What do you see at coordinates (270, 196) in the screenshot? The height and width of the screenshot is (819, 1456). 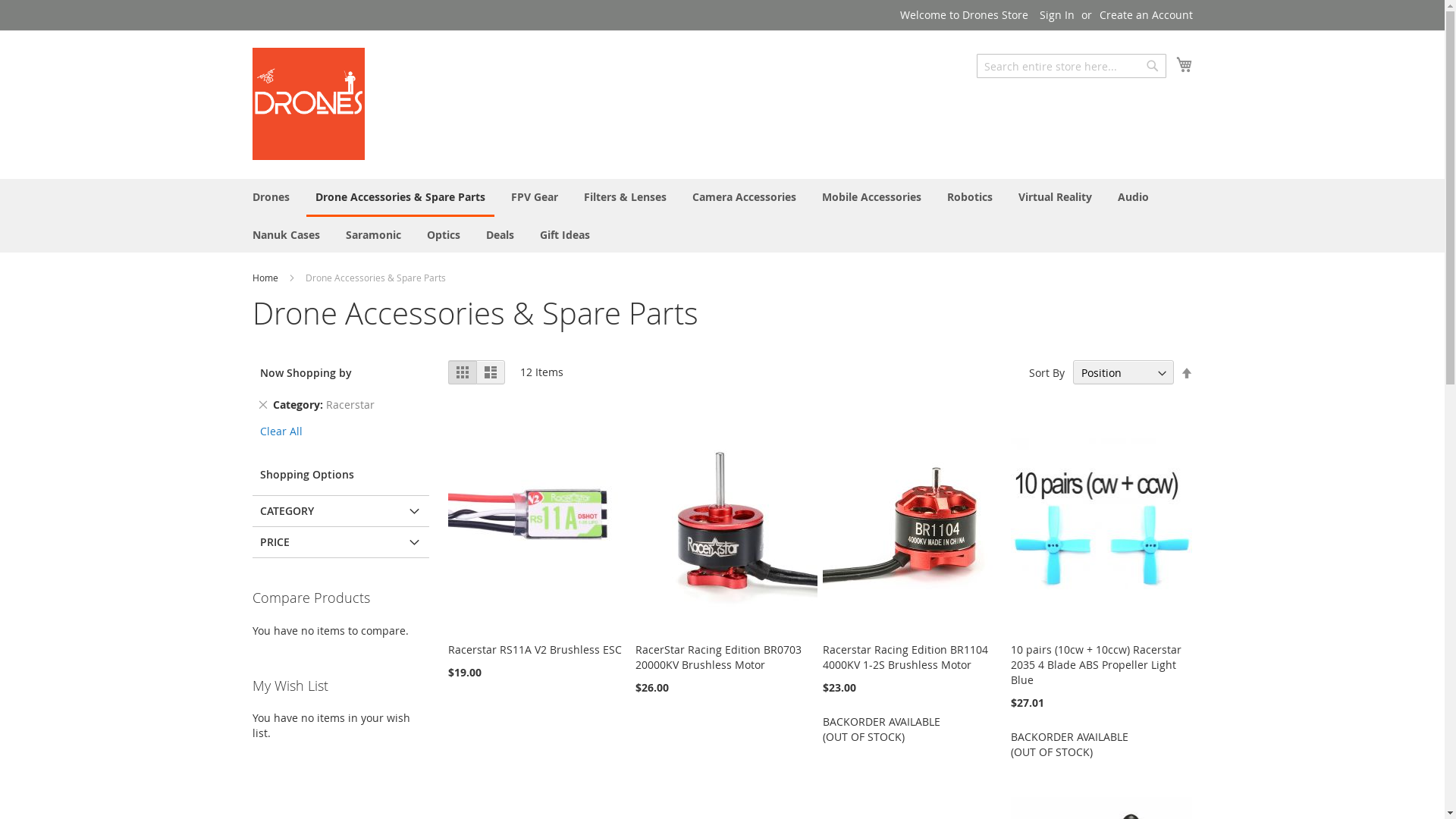 I see `'Drones'` at bounding box center [270, 196].